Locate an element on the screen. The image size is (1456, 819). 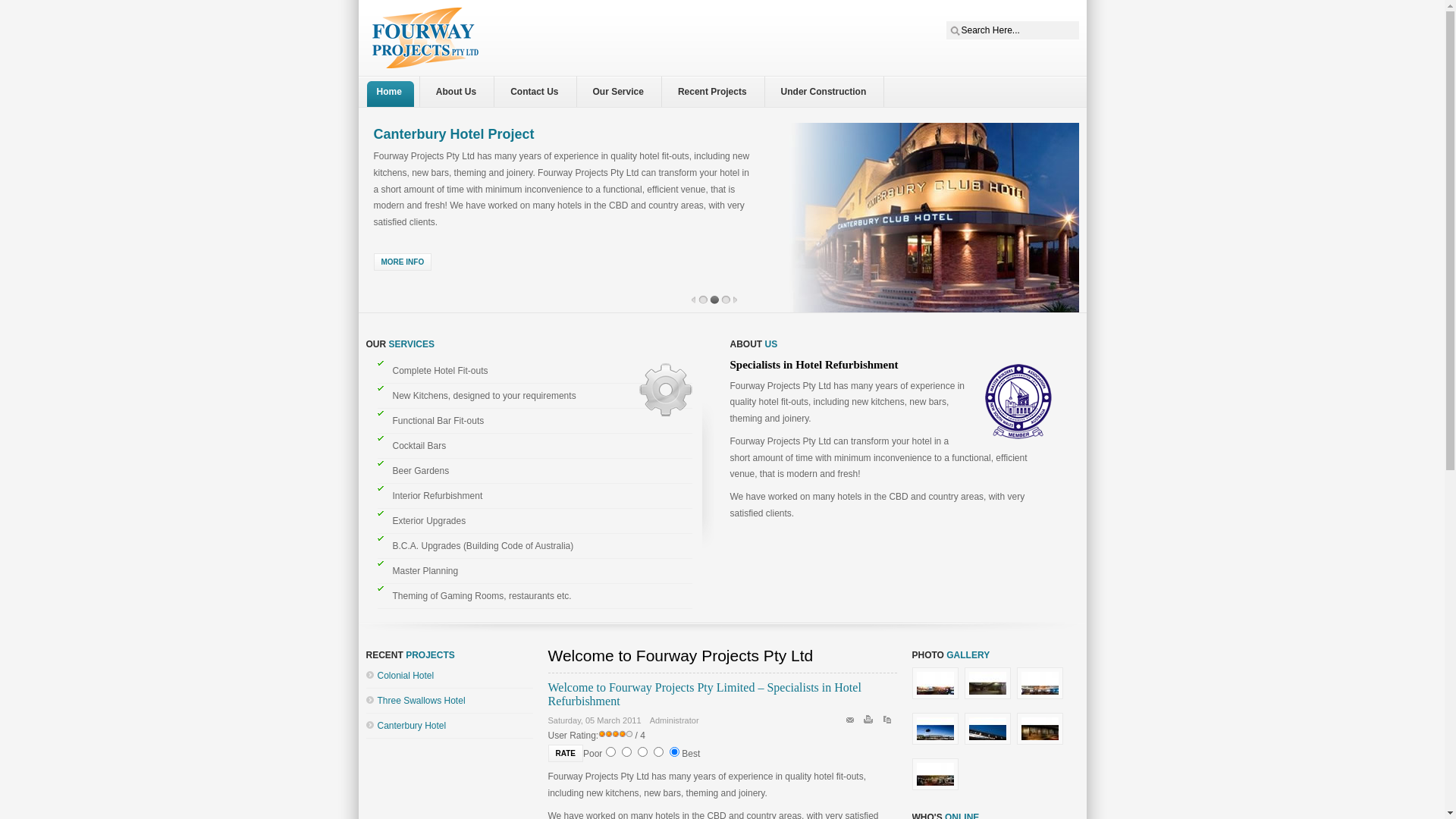
'Canterbury Hotel' is located at coordinates (412, 724).